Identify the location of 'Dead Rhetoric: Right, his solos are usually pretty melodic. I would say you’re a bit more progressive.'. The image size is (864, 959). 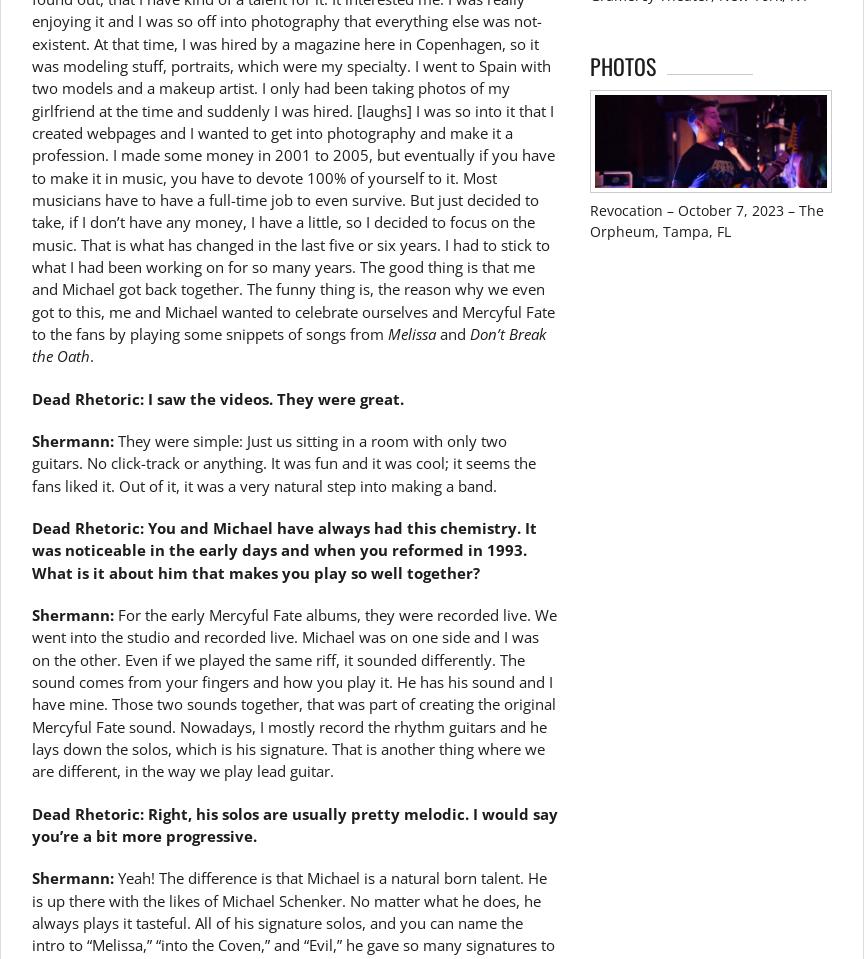
(294, 823).